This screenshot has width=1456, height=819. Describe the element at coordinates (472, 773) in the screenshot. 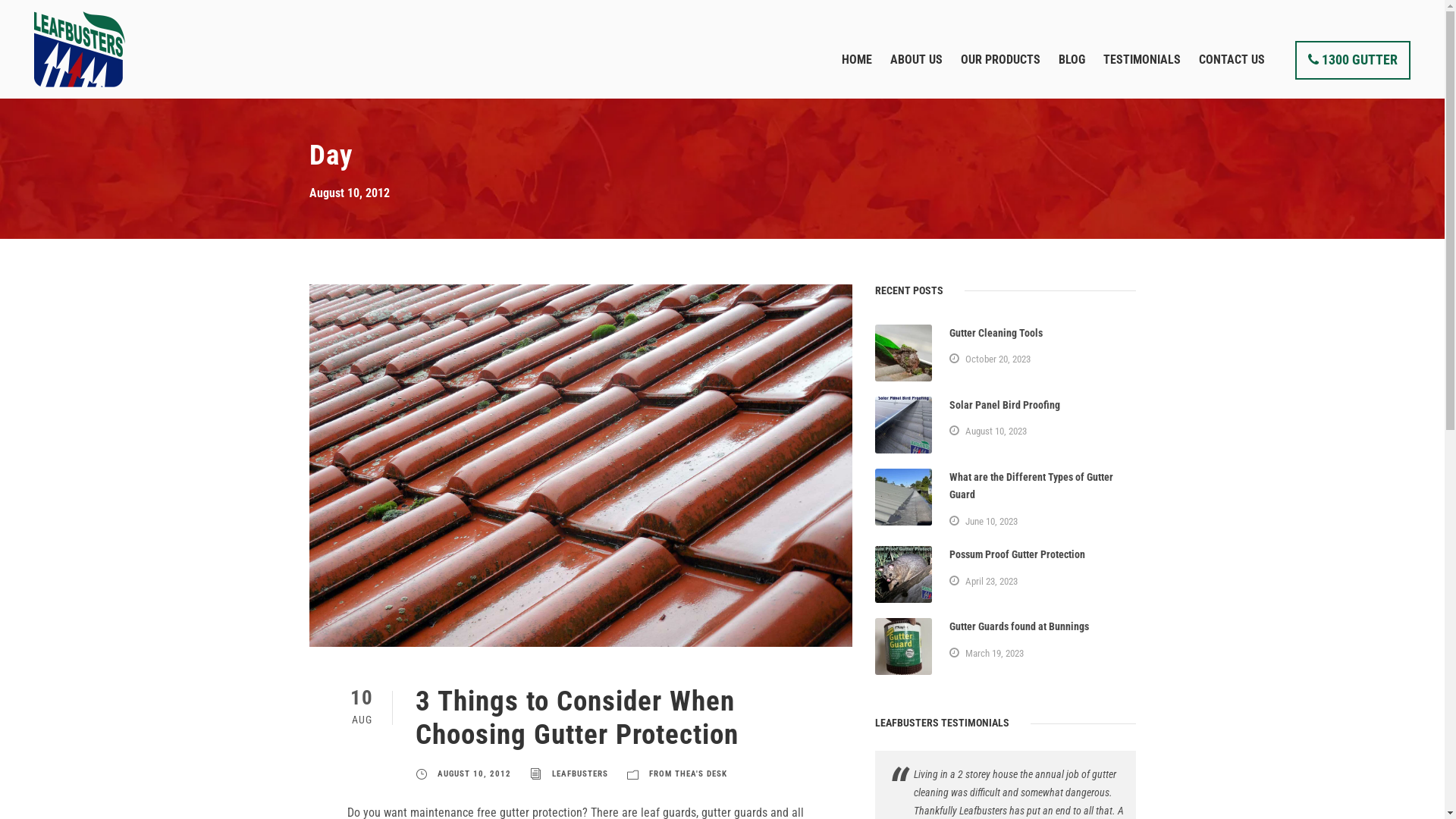

I see `'AUGUST 10, 2012'` at that location.